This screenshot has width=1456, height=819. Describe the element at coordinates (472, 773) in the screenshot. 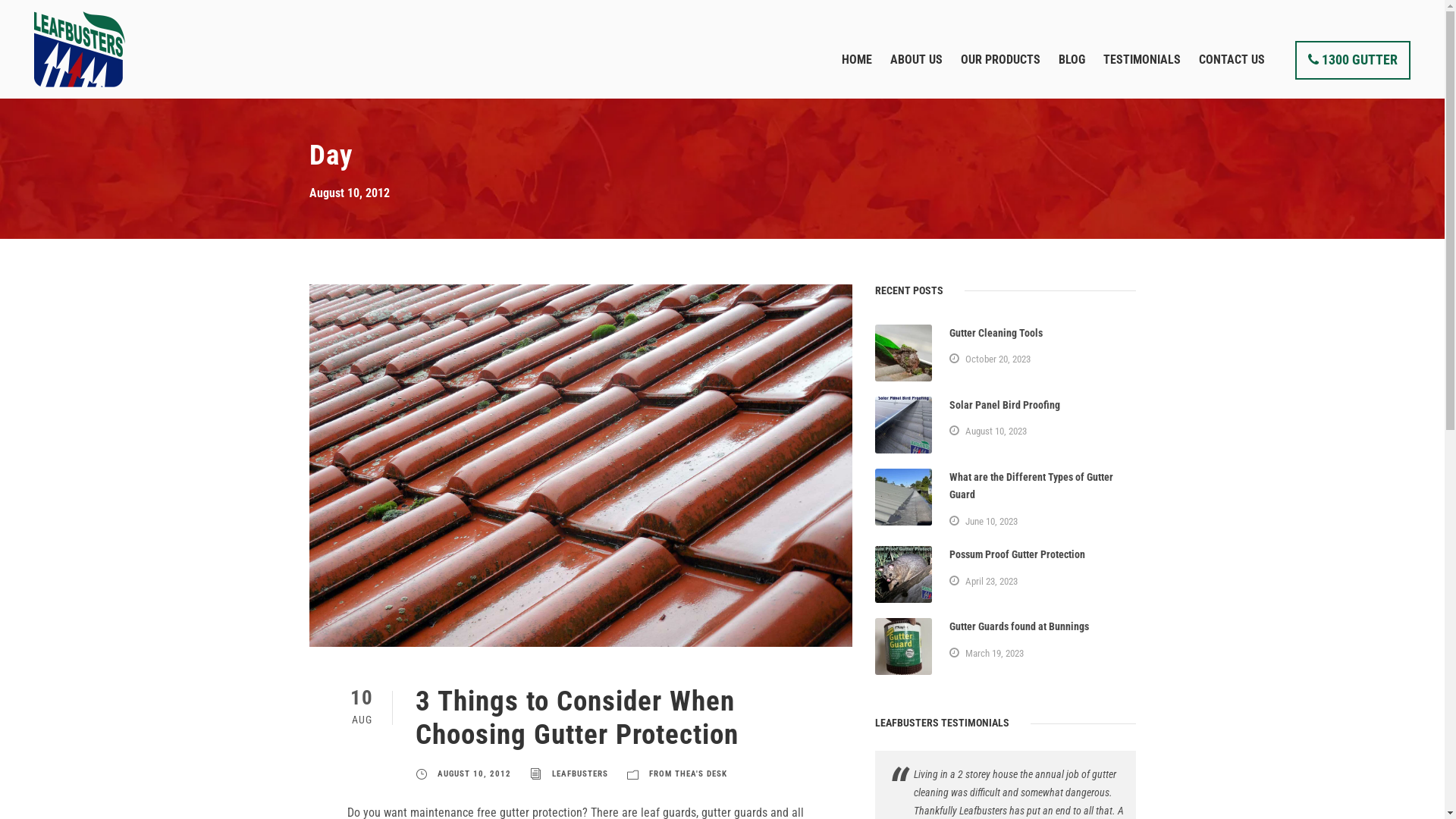

I see `'AUGUST 10, 2012'` at that location.